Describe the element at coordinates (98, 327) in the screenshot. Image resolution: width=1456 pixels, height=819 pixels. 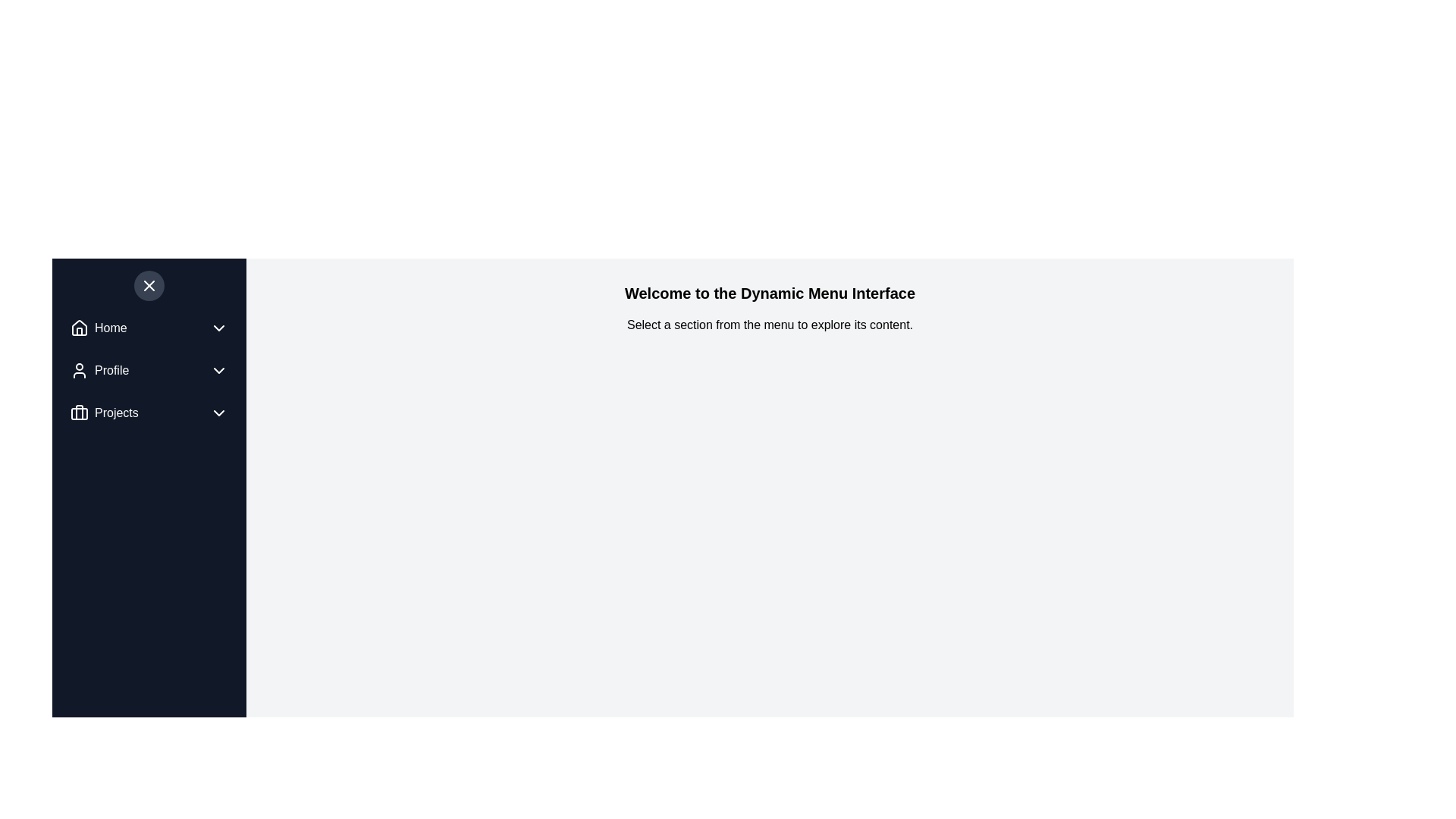
I see `text label displaying 'Home', which is styled in white text against a dark background and is part of the vertical navigation menu, located next to a house icon` at that location.